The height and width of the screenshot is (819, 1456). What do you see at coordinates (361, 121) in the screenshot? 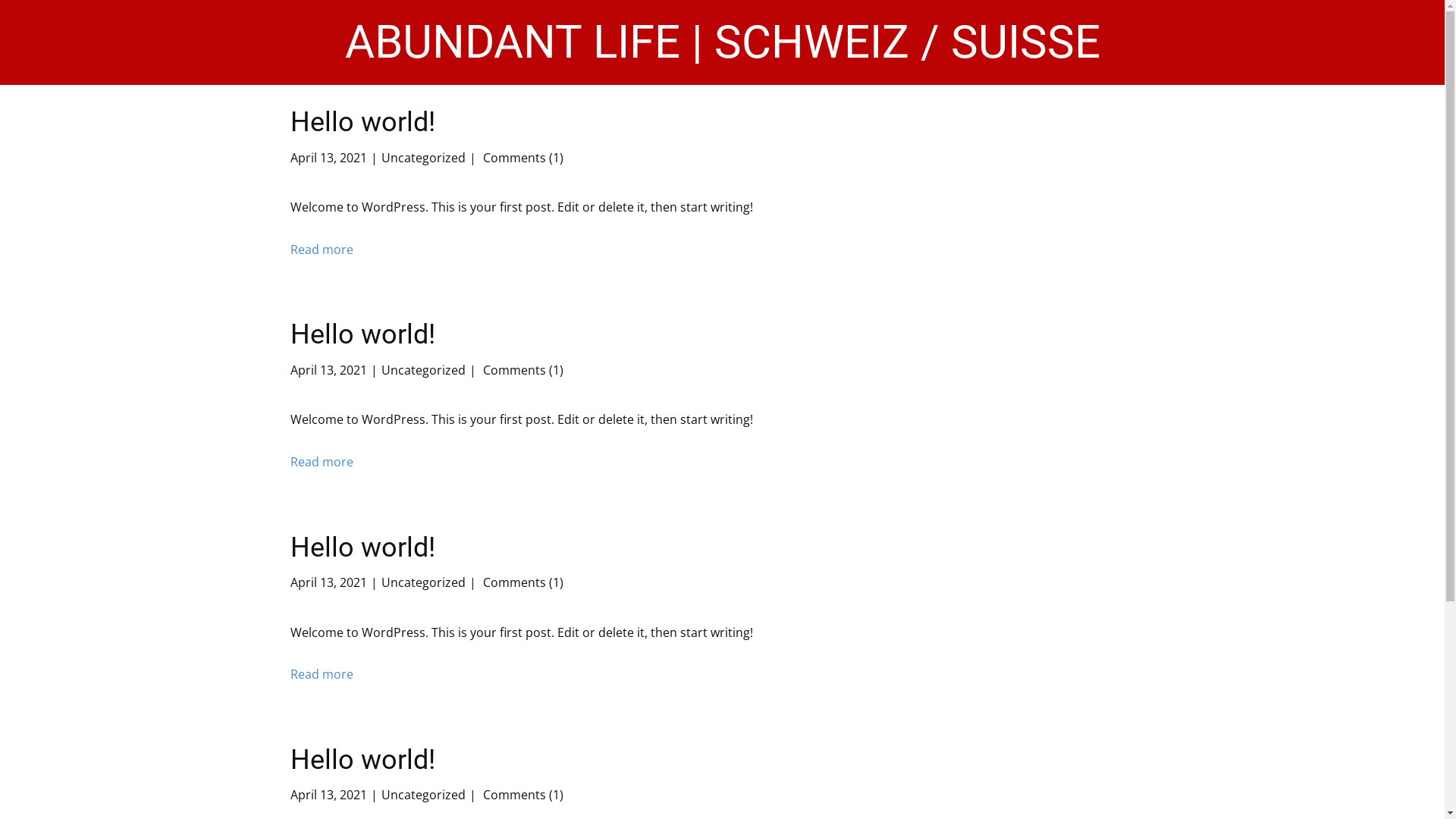
I see `'Hello world!'` at bounding box center [361, 121].